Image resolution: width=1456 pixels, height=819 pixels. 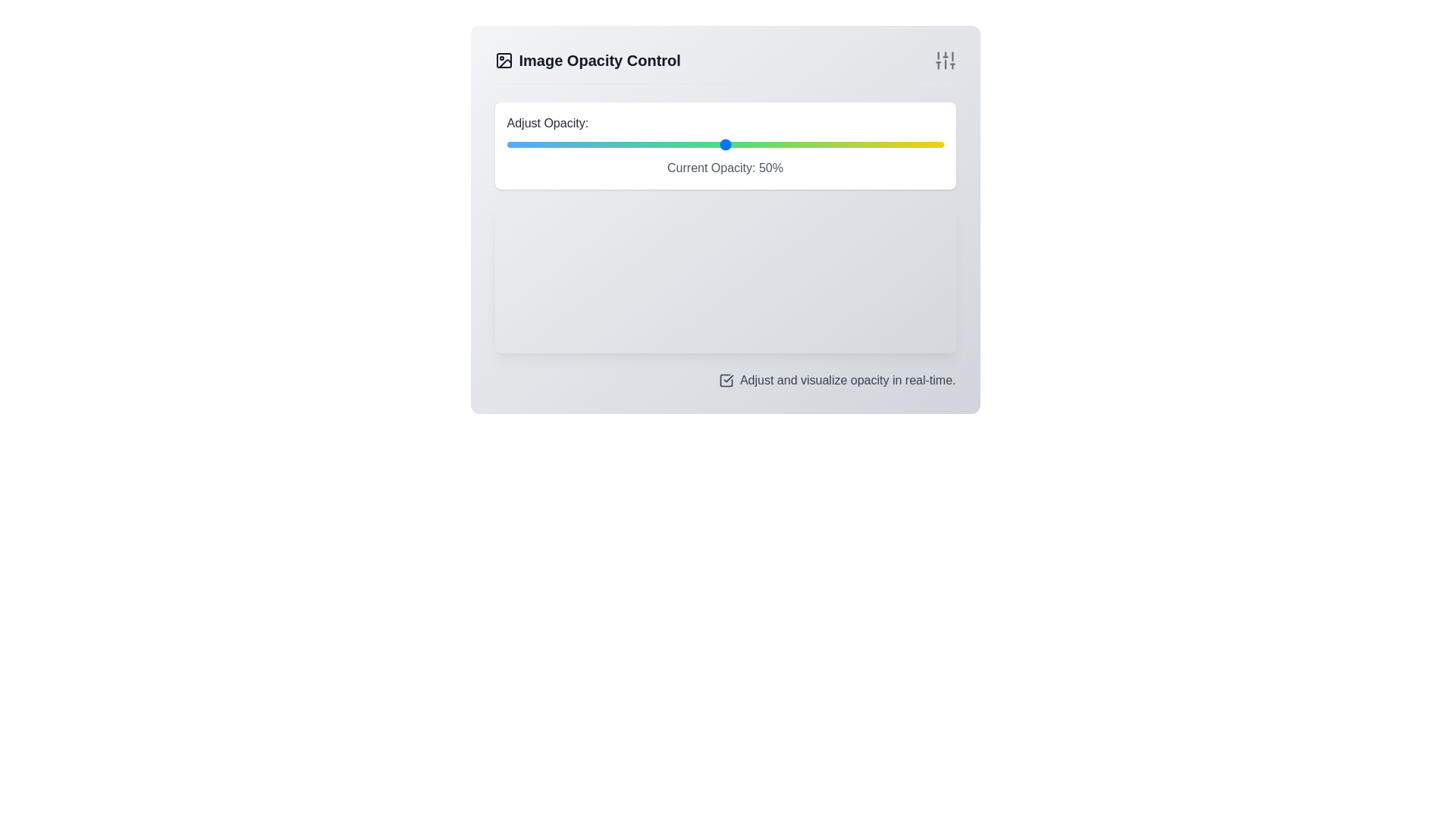 I want to click on the opacity value, so click(x=816, y=145).